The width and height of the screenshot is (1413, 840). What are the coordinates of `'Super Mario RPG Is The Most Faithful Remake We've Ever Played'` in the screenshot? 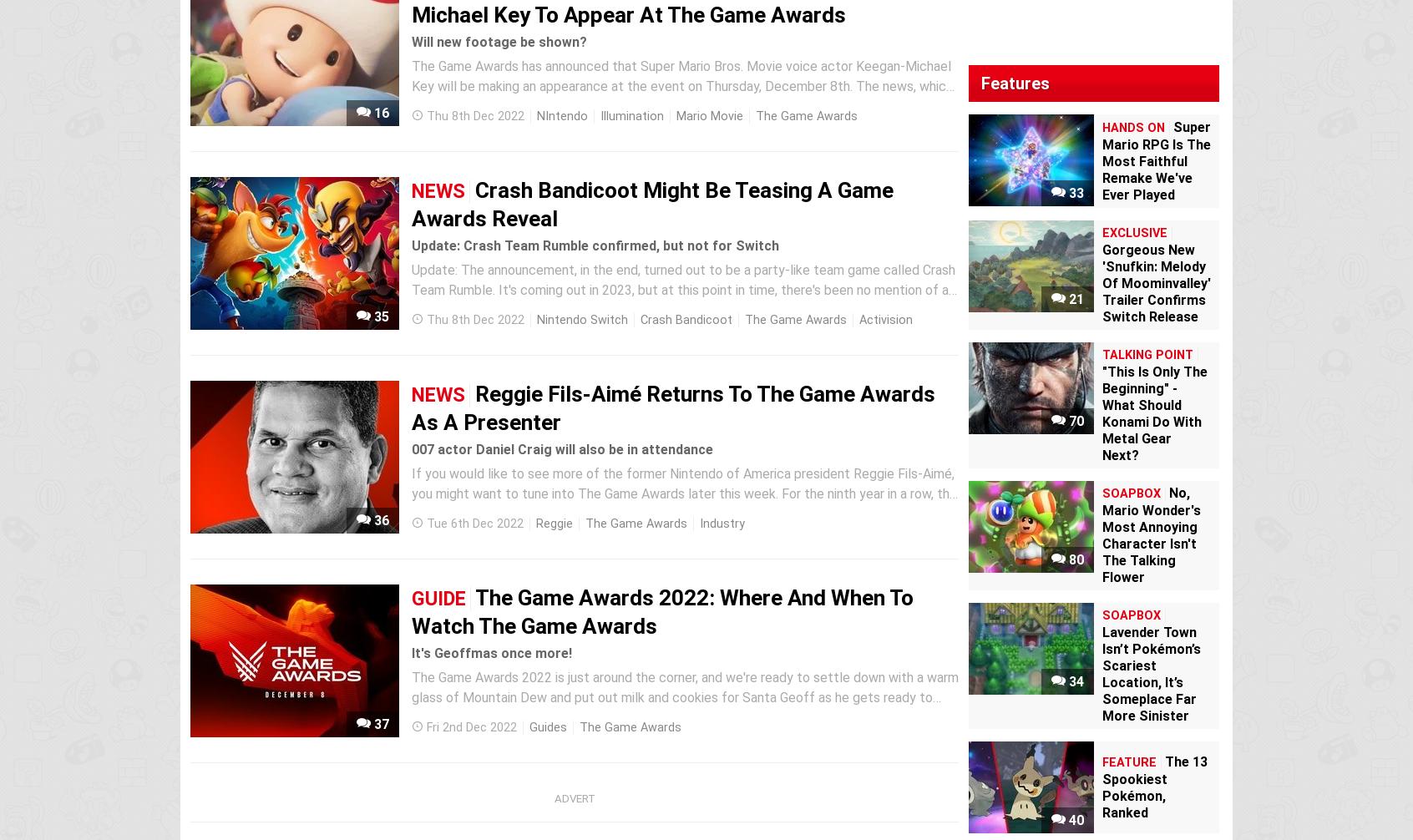 It's located at (1157, 160).